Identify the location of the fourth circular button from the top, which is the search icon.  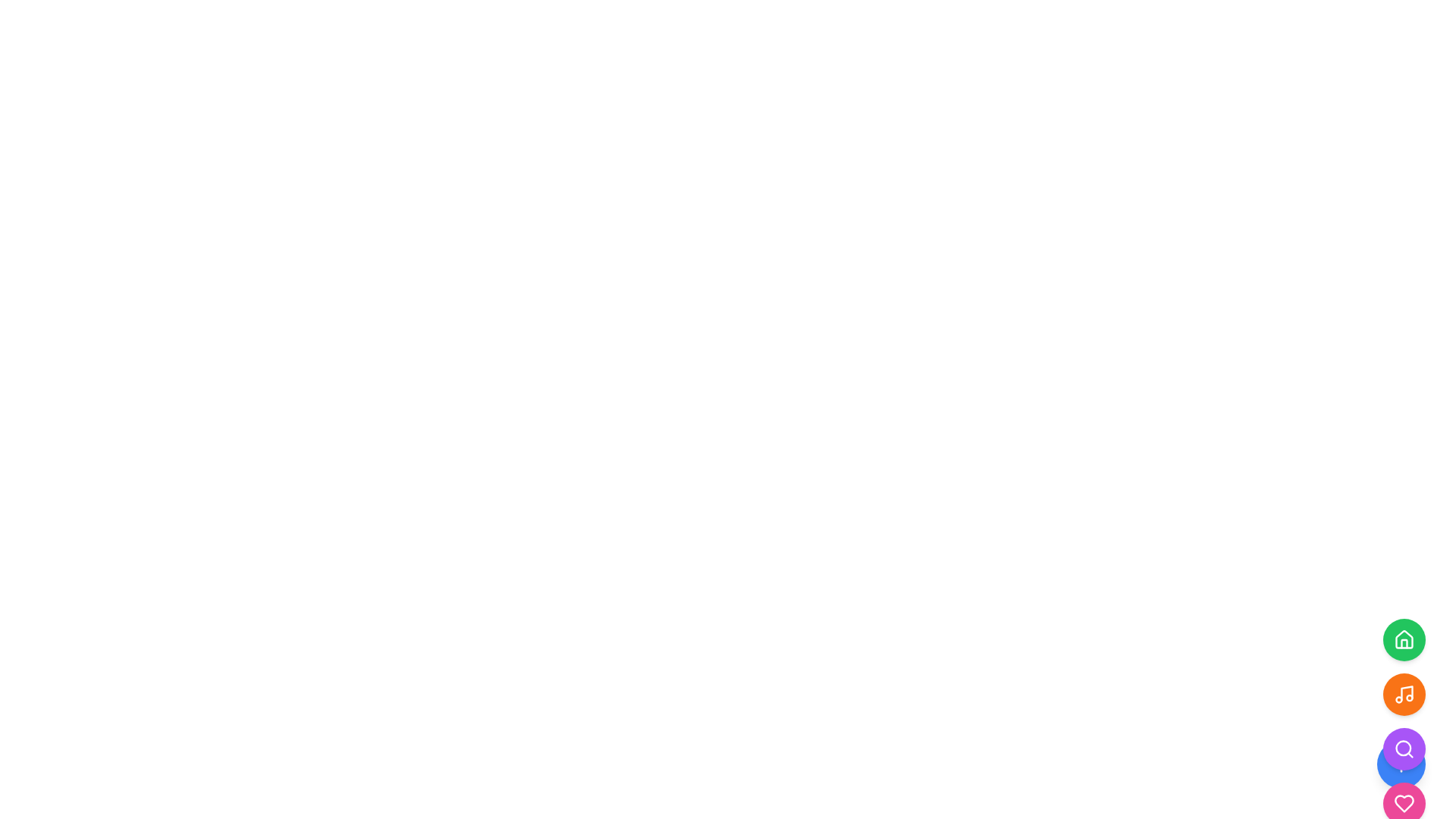
(1404, 748).